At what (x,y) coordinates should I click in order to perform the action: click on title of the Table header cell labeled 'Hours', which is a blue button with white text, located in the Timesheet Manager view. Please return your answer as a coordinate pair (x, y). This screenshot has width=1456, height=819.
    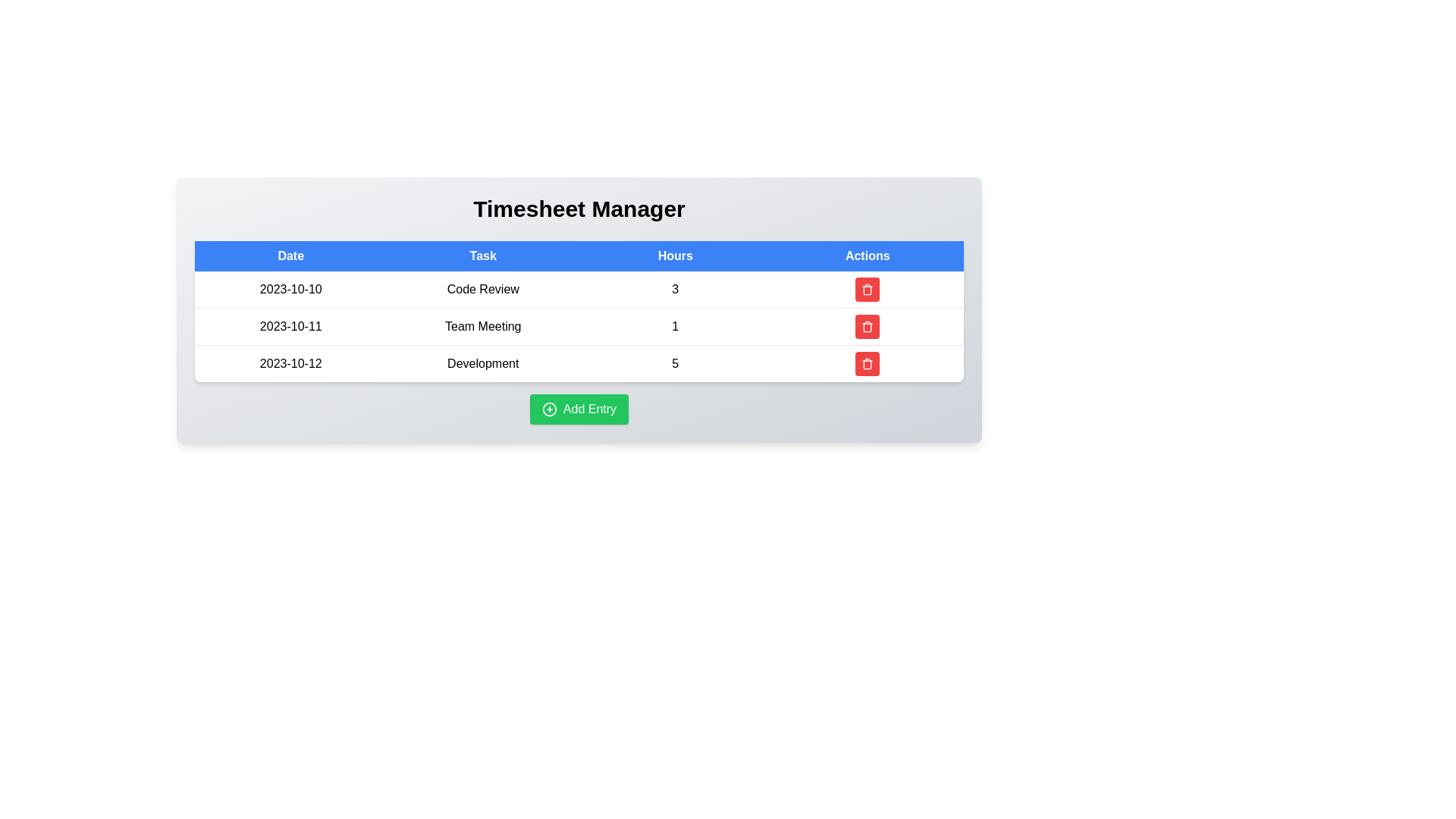
    Looking at the image, I should click on (674, 256).